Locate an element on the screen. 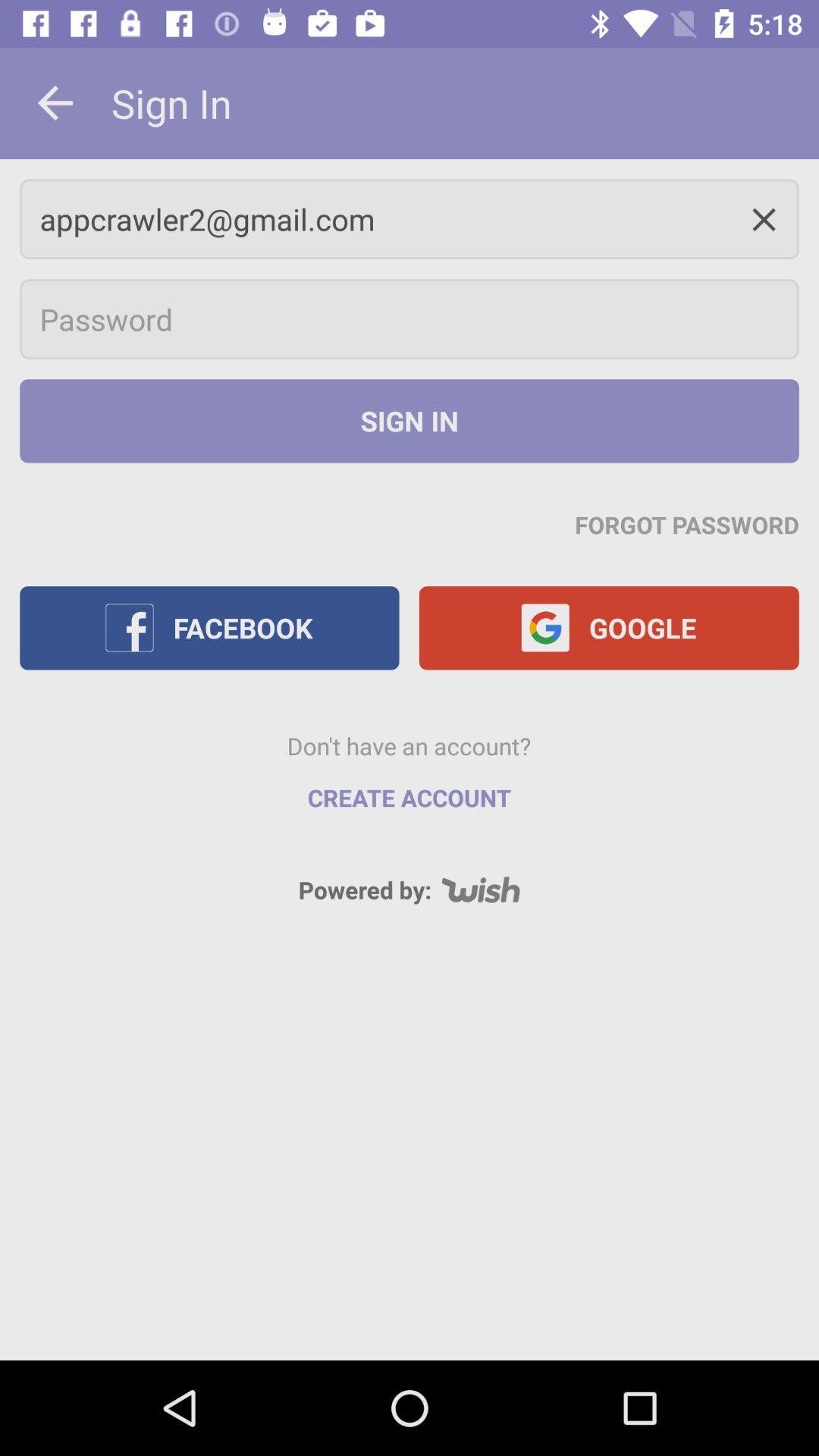 The image size is (819, 1456). password is located at coordinates (409, 318).